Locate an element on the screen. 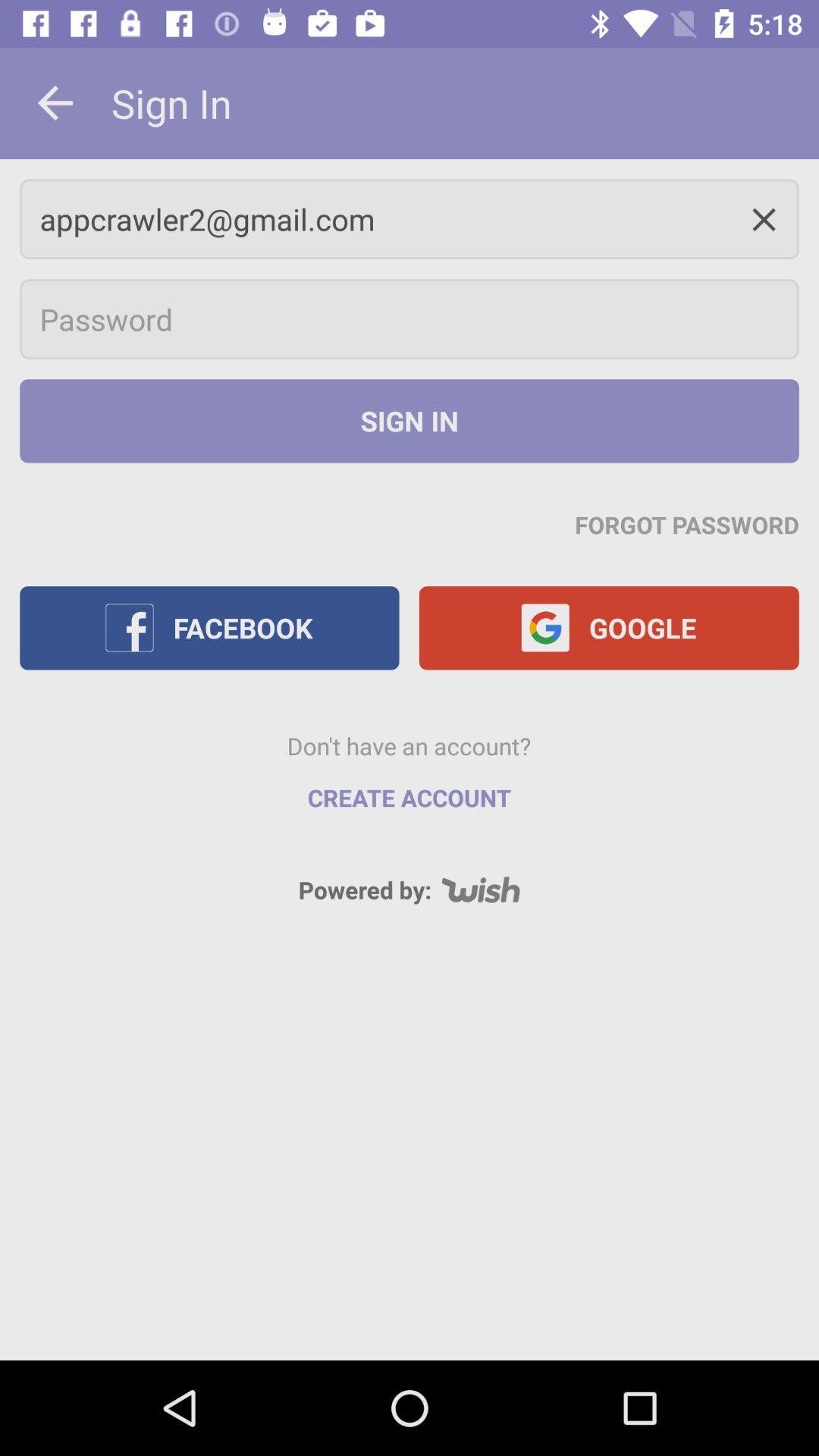 The image size is (819, 1456). password is located at coordinates (409, 318).